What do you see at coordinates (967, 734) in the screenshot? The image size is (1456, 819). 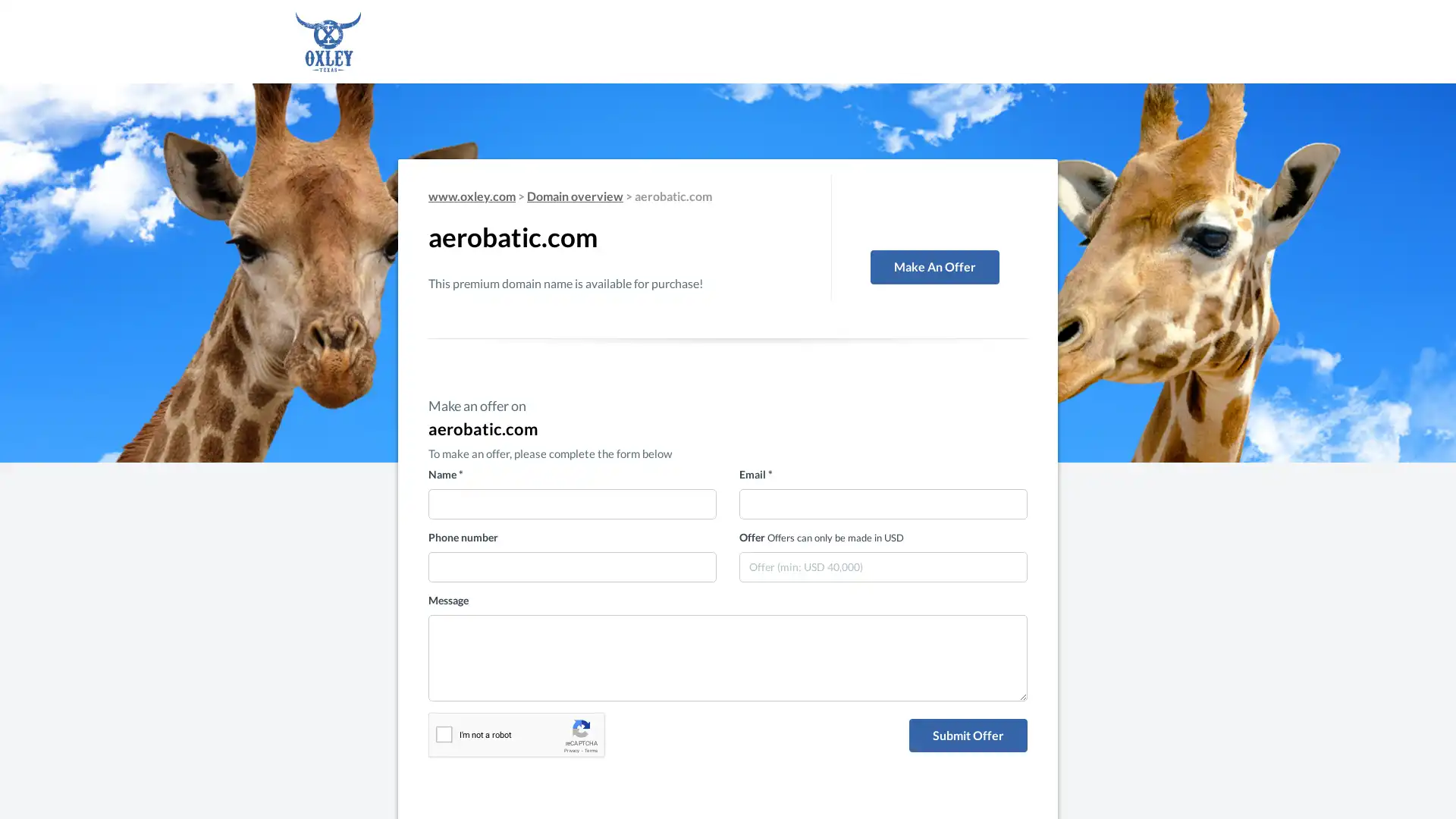 I see `Submit offer` at bounding box center [967, 734].